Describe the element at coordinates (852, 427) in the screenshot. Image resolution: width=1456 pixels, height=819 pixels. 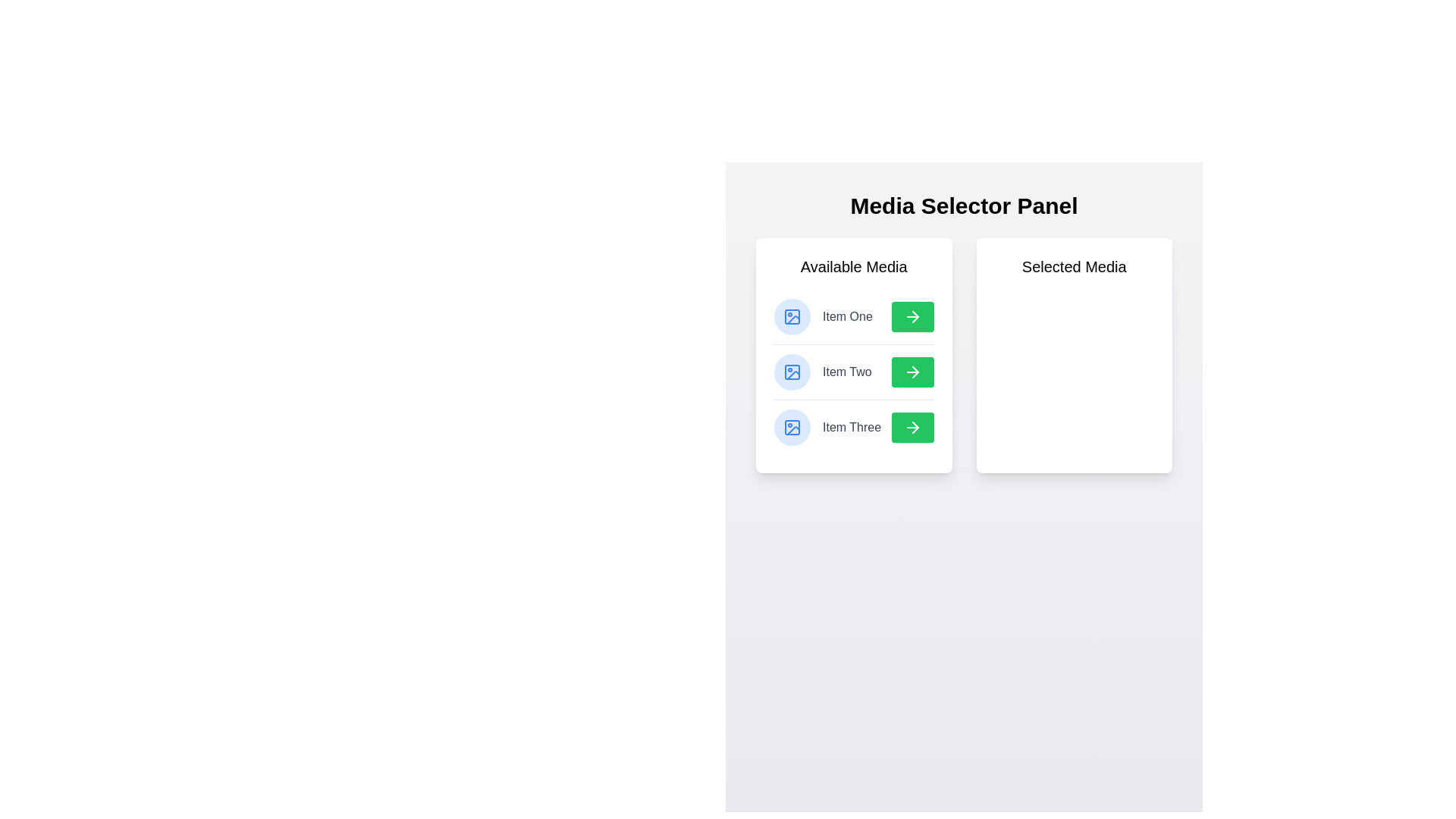
I see `the text label displaying 'Item Three' in the left panel labeled 'Available Media', which is horizontally aligned between a circular icon on the left and a green button on the right` at that location.